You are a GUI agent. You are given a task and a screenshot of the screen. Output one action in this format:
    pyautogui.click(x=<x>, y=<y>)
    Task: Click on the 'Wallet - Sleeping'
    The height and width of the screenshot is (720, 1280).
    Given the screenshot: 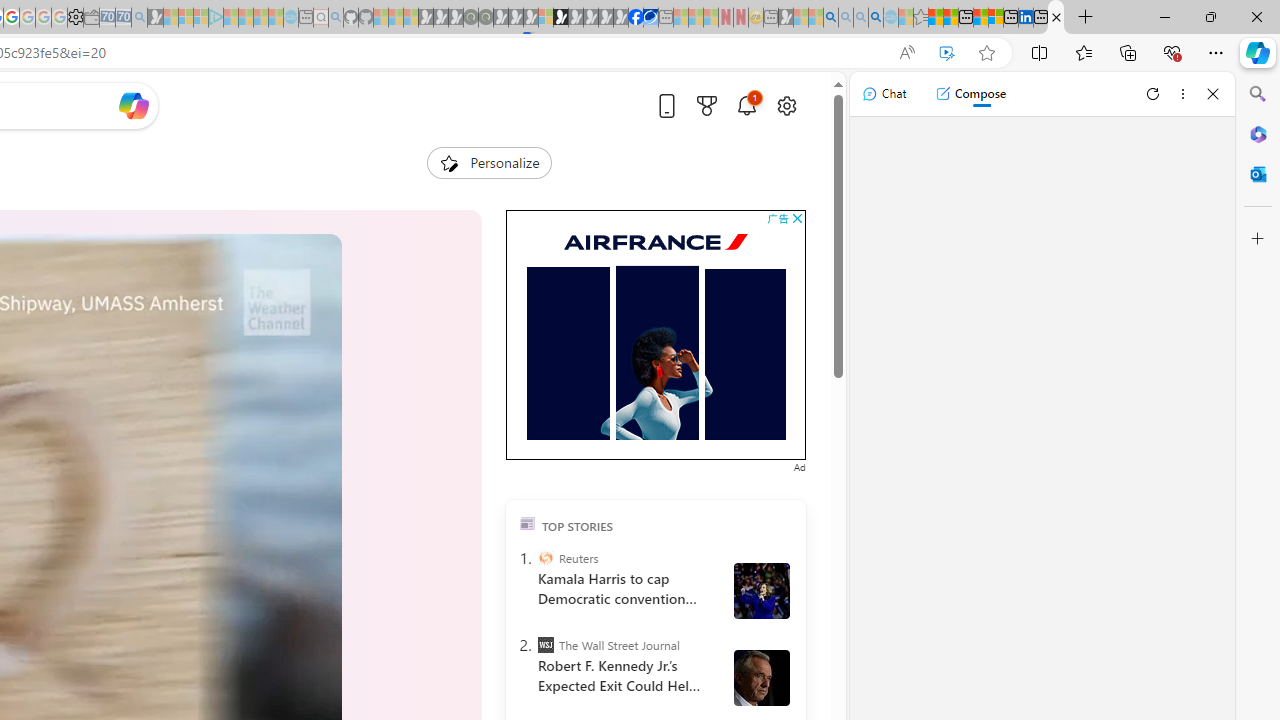 What is the action you would take?
    pyautogui.click(x=90, y=17)
    